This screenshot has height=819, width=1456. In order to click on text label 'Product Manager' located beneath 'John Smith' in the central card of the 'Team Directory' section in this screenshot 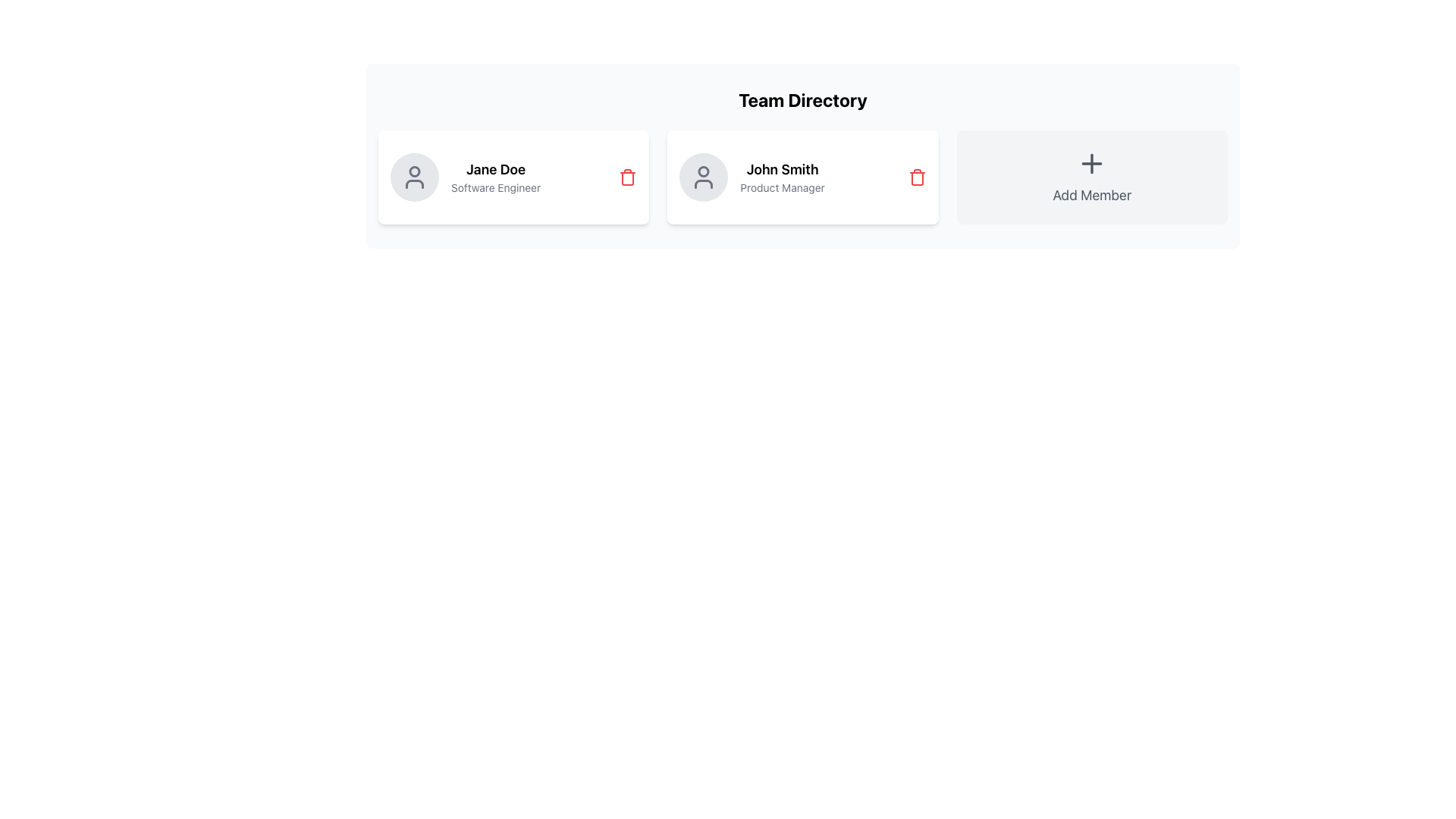, I will do `click(783, 187)`.